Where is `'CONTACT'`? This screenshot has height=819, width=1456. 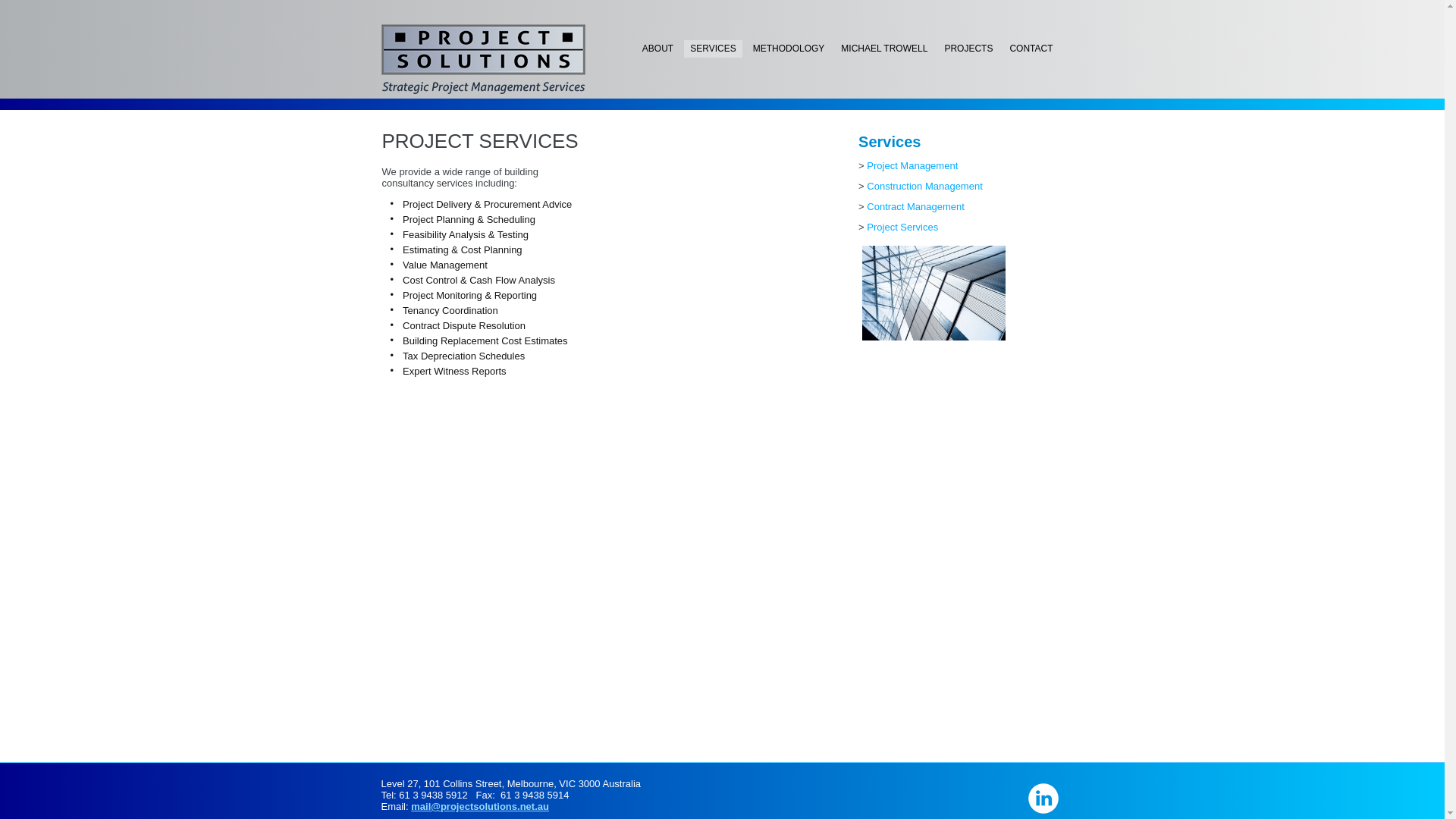
'CONTACT' is located at coordinates (1003, 48).